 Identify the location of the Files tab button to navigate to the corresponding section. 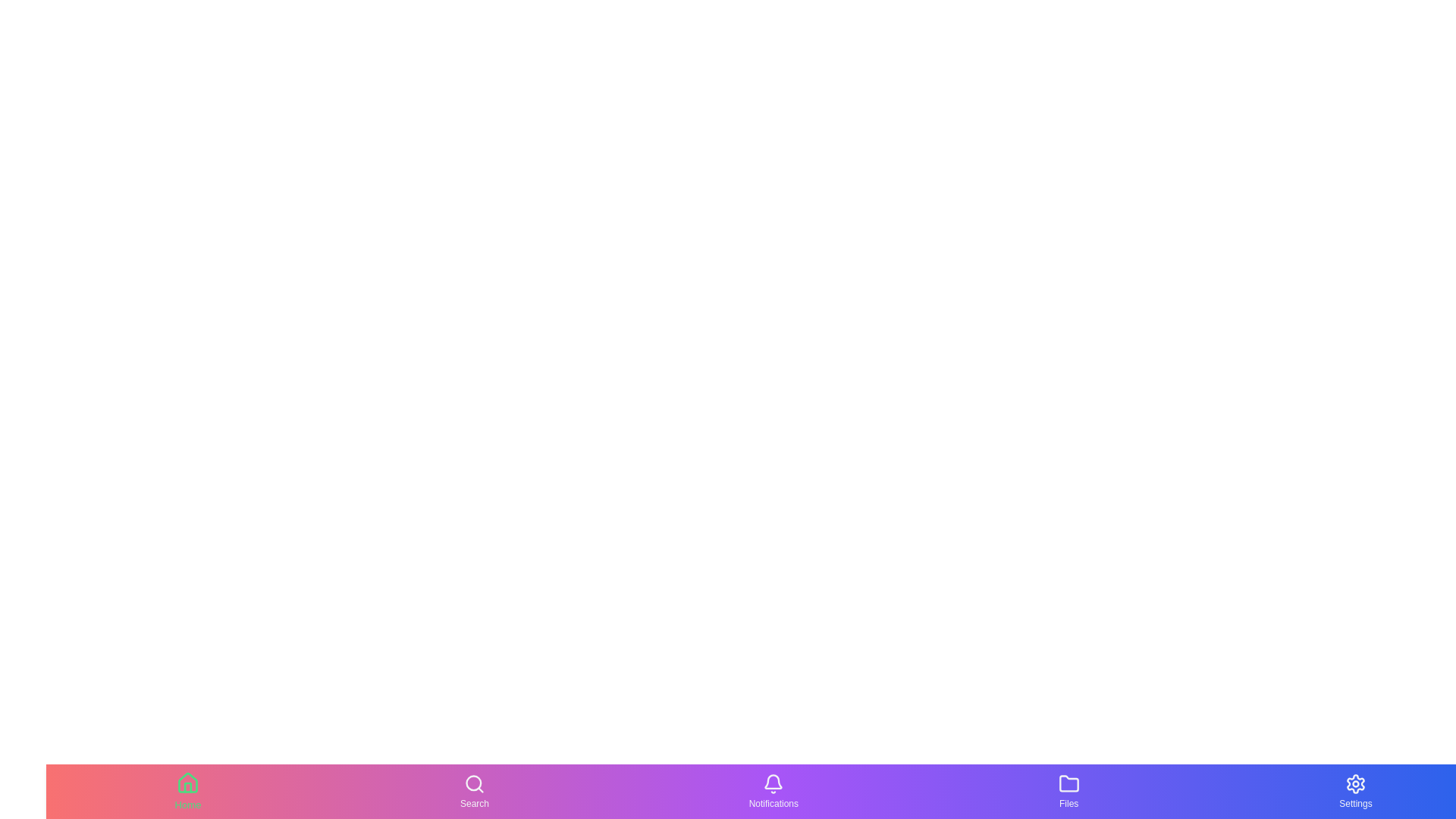
(1068, 791).